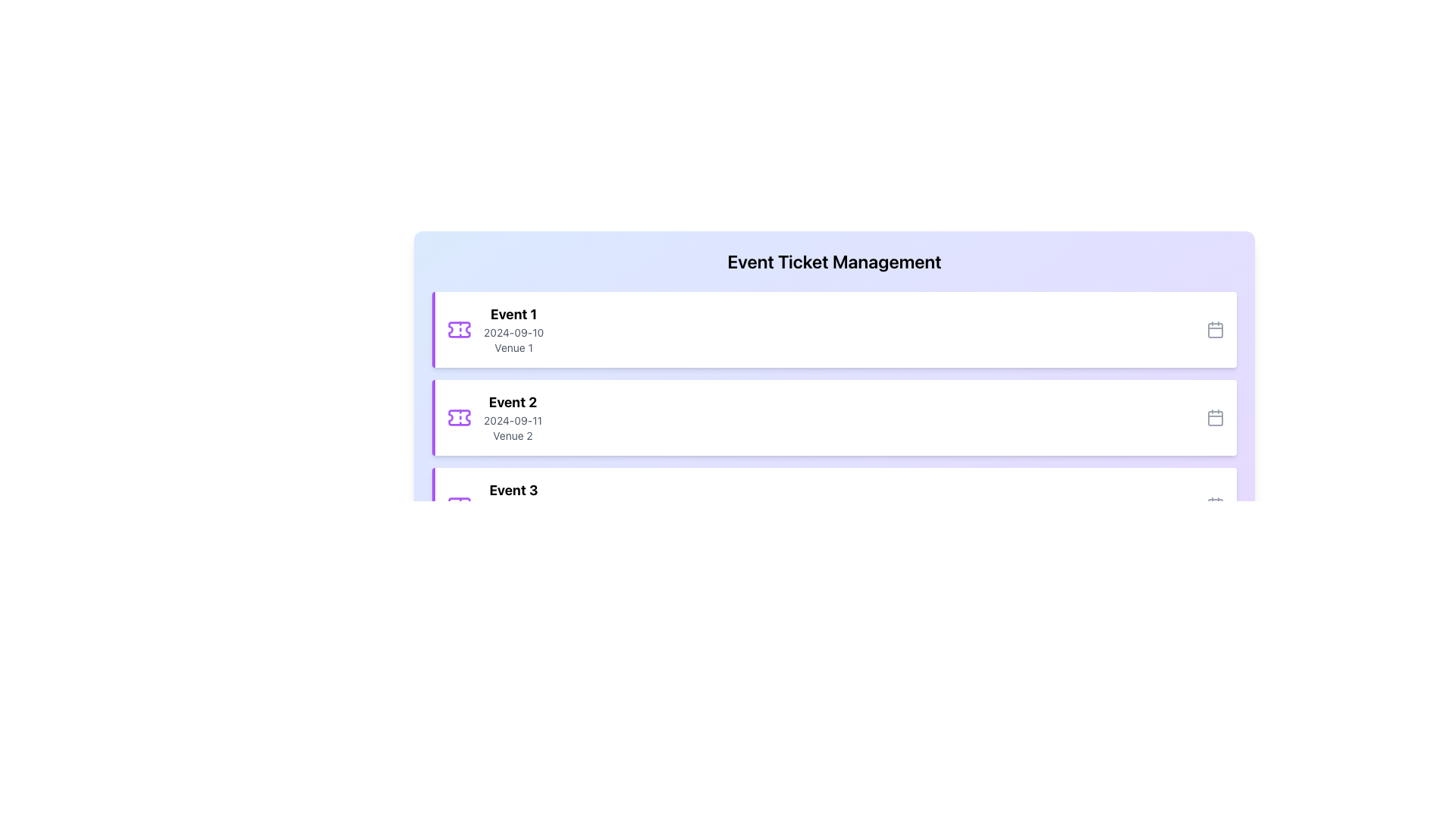 This screenshot has height=819, width=1456. What do you see at coordinates (494, 418) in the screenshot?
I see `the event labeled 'Event 2' from the text-block displaying the date '2024-09-11'` at bounding box center [494, 418].